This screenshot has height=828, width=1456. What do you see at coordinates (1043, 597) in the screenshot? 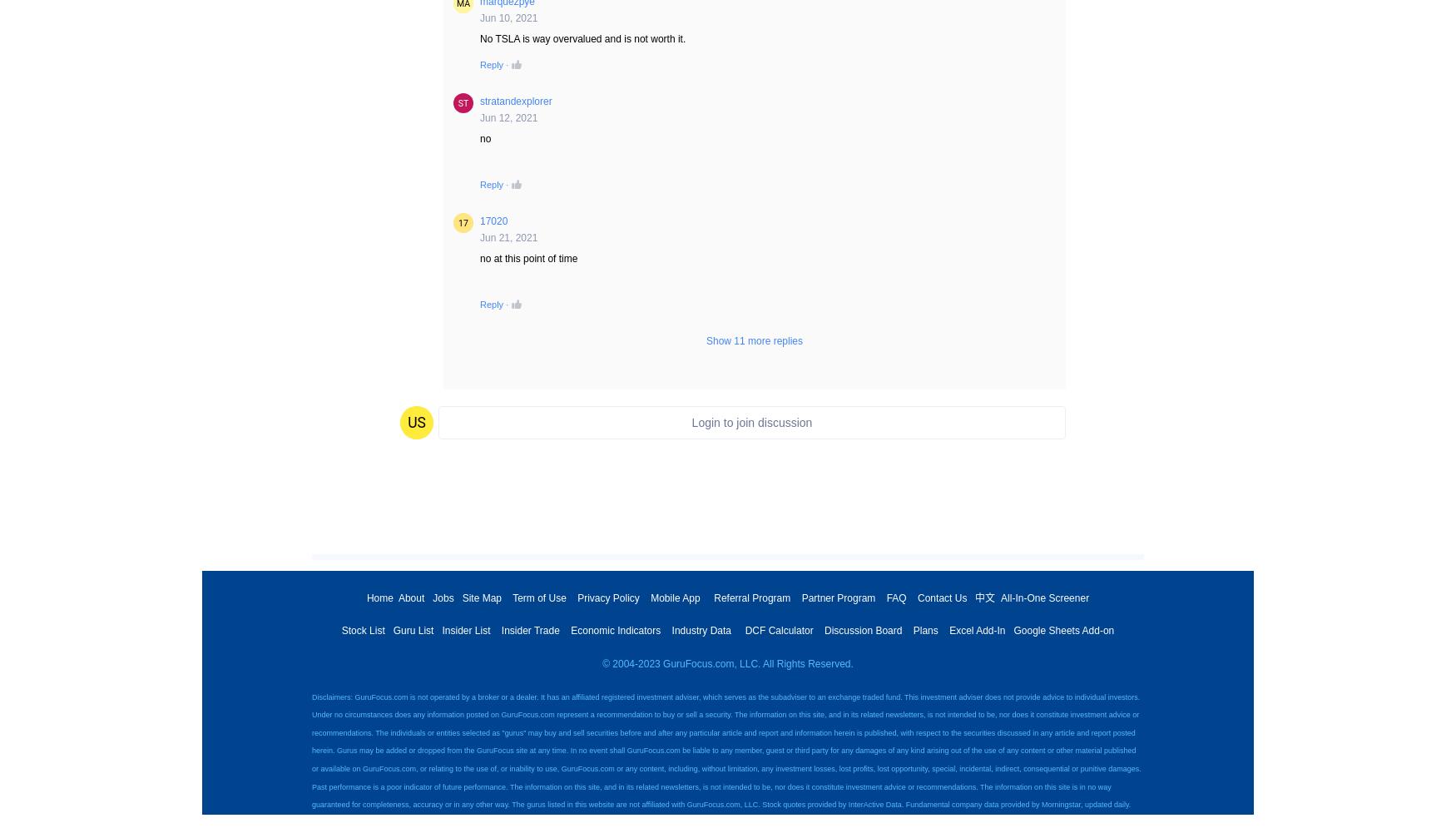
I see `'All-In-One Screener'` at bounding box center [1043, 597].